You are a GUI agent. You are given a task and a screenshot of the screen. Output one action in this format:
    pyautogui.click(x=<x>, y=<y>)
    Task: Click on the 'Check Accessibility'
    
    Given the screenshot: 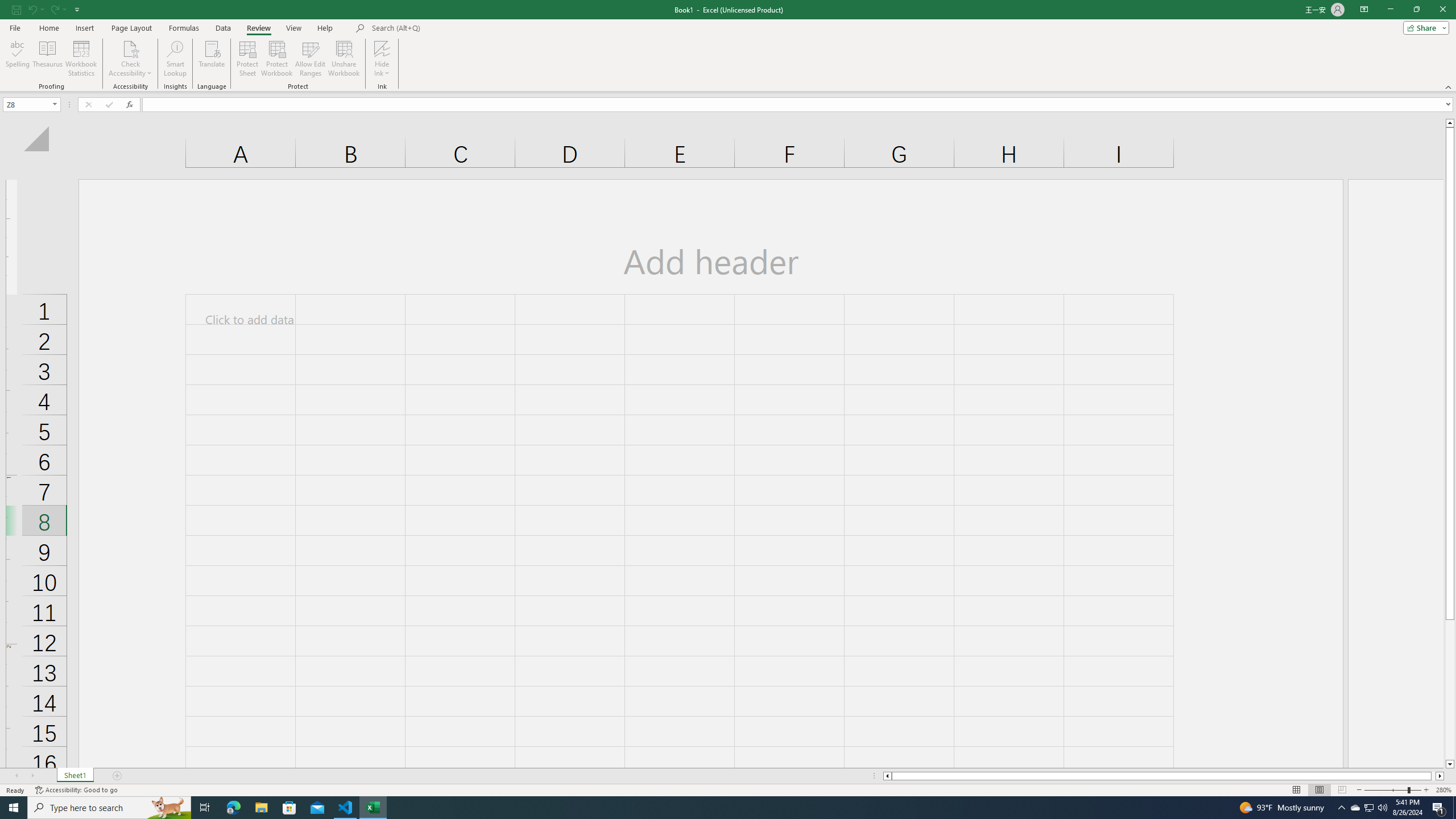 What is the action you would take?
    pyautogui.click(x=130, y=48)
    